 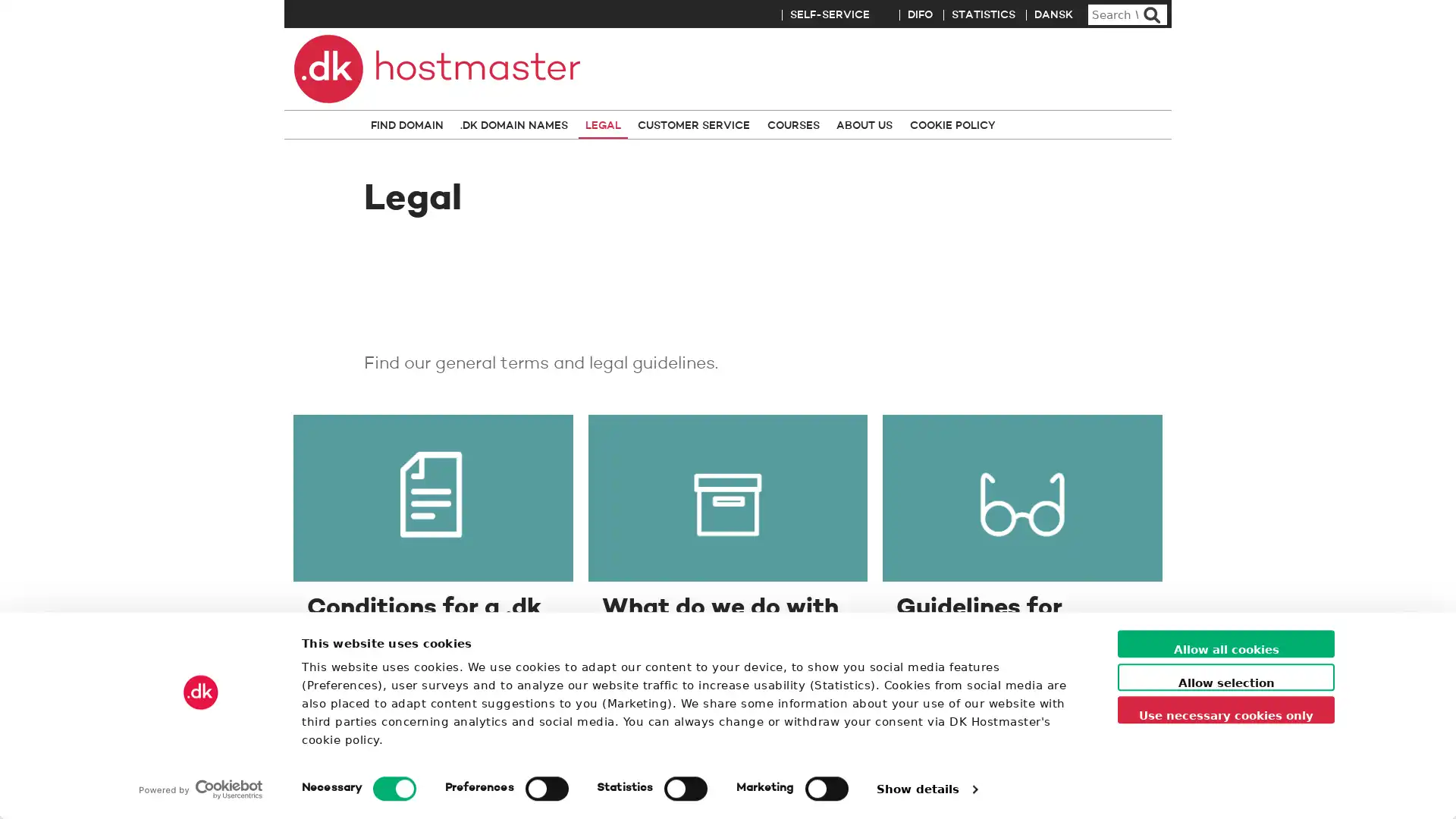 What do you see at coordinates (1226, 675) in the screenshot?
I see `Allow selection` at bounding box center [1226, 675].